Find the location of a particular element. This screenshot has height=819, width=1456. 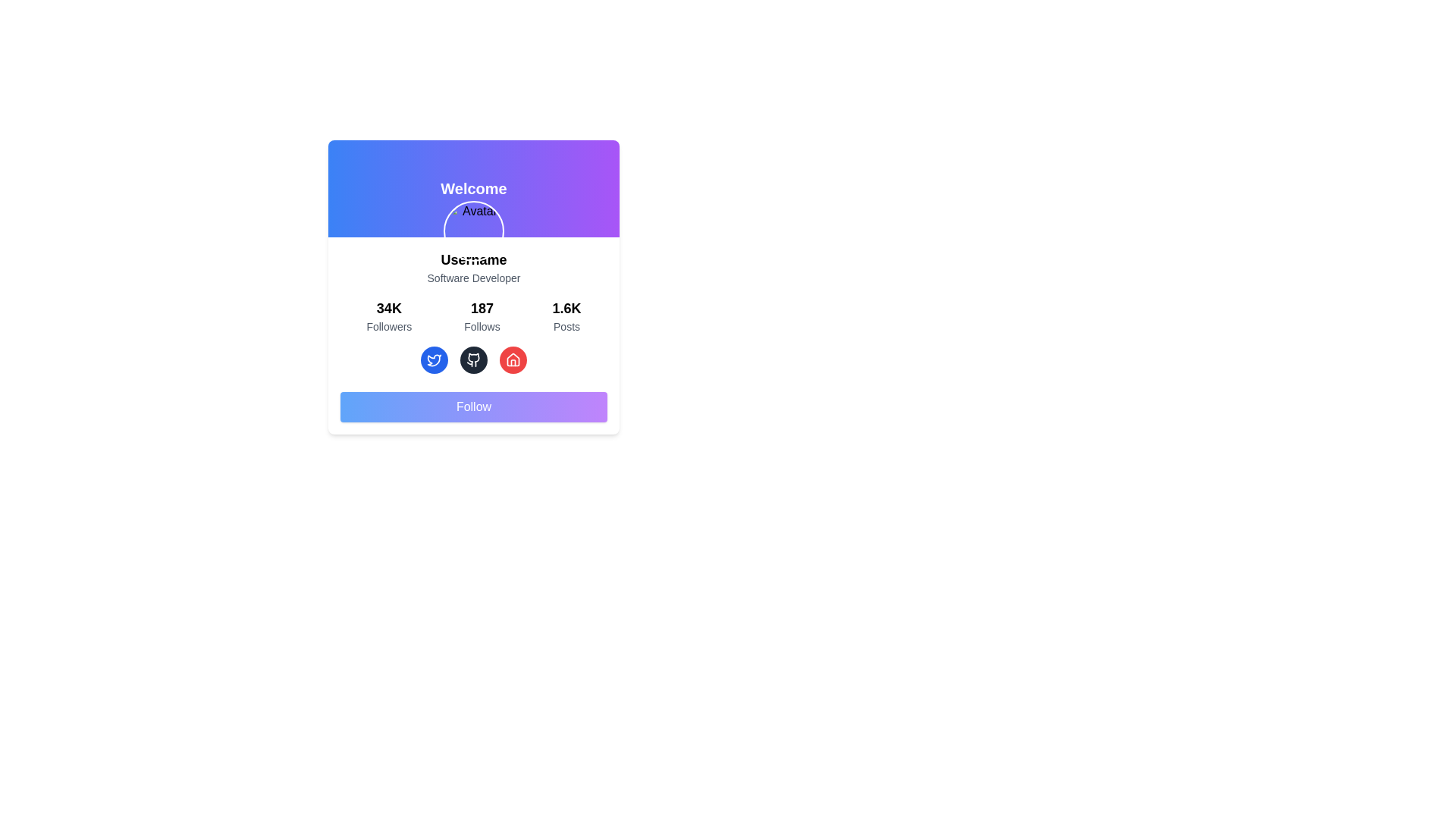

the text display element showing '1.6K' with the label 'Posts', located on the right side of the statistics group in the user profile card layout is located at coordinates (566, 315).